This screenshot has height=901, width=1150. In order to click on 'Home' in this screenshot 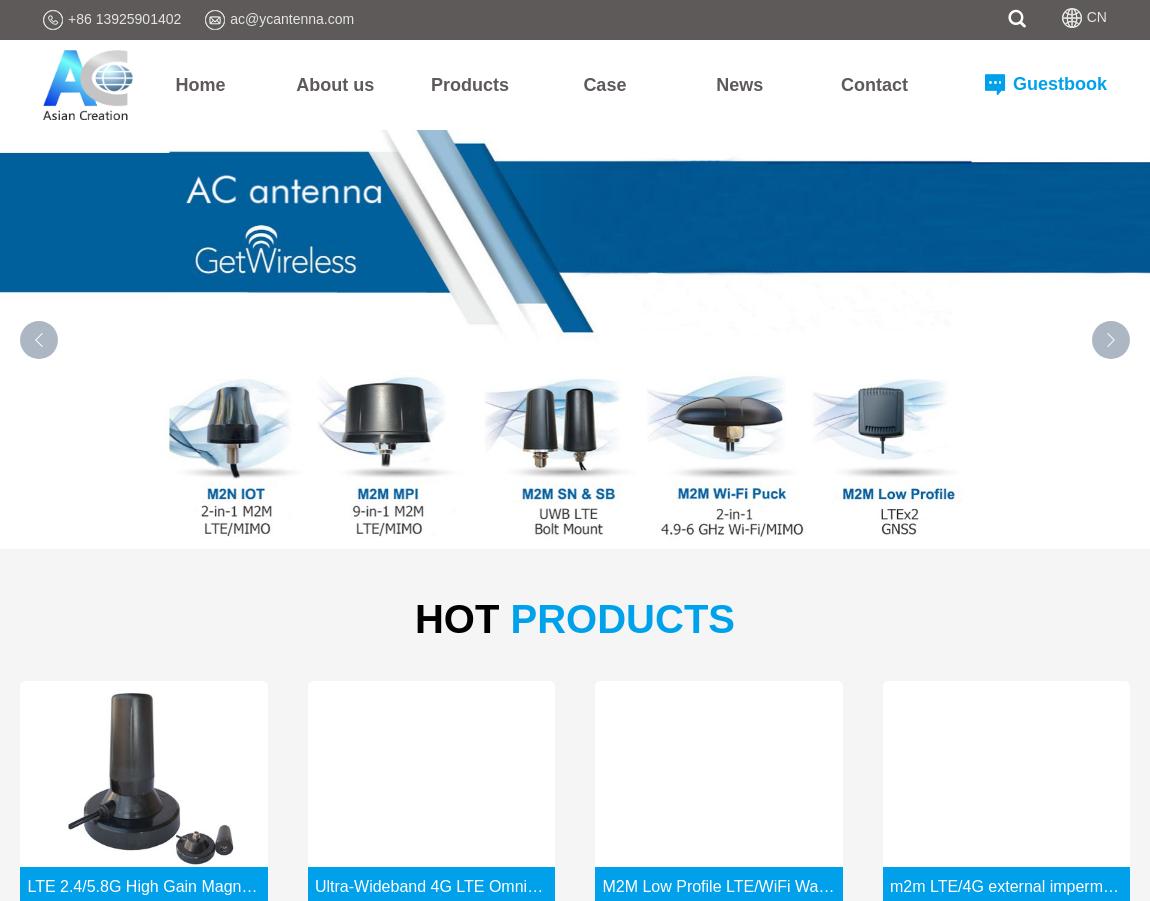, I will do `click(198, 82)`.